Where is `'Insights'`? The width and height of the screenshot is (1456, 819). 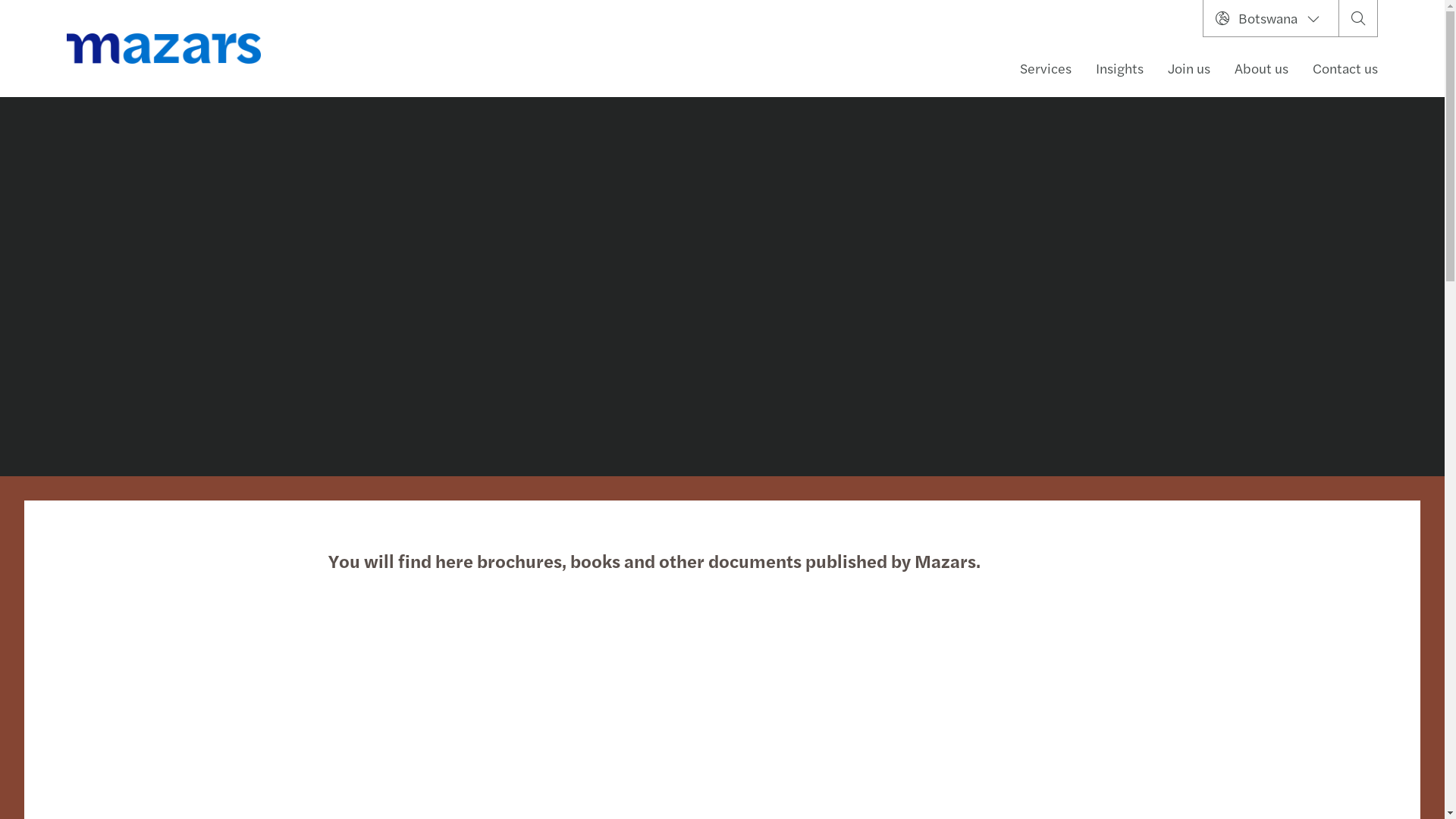
'Insights' is located at coordinates (1119, 67).